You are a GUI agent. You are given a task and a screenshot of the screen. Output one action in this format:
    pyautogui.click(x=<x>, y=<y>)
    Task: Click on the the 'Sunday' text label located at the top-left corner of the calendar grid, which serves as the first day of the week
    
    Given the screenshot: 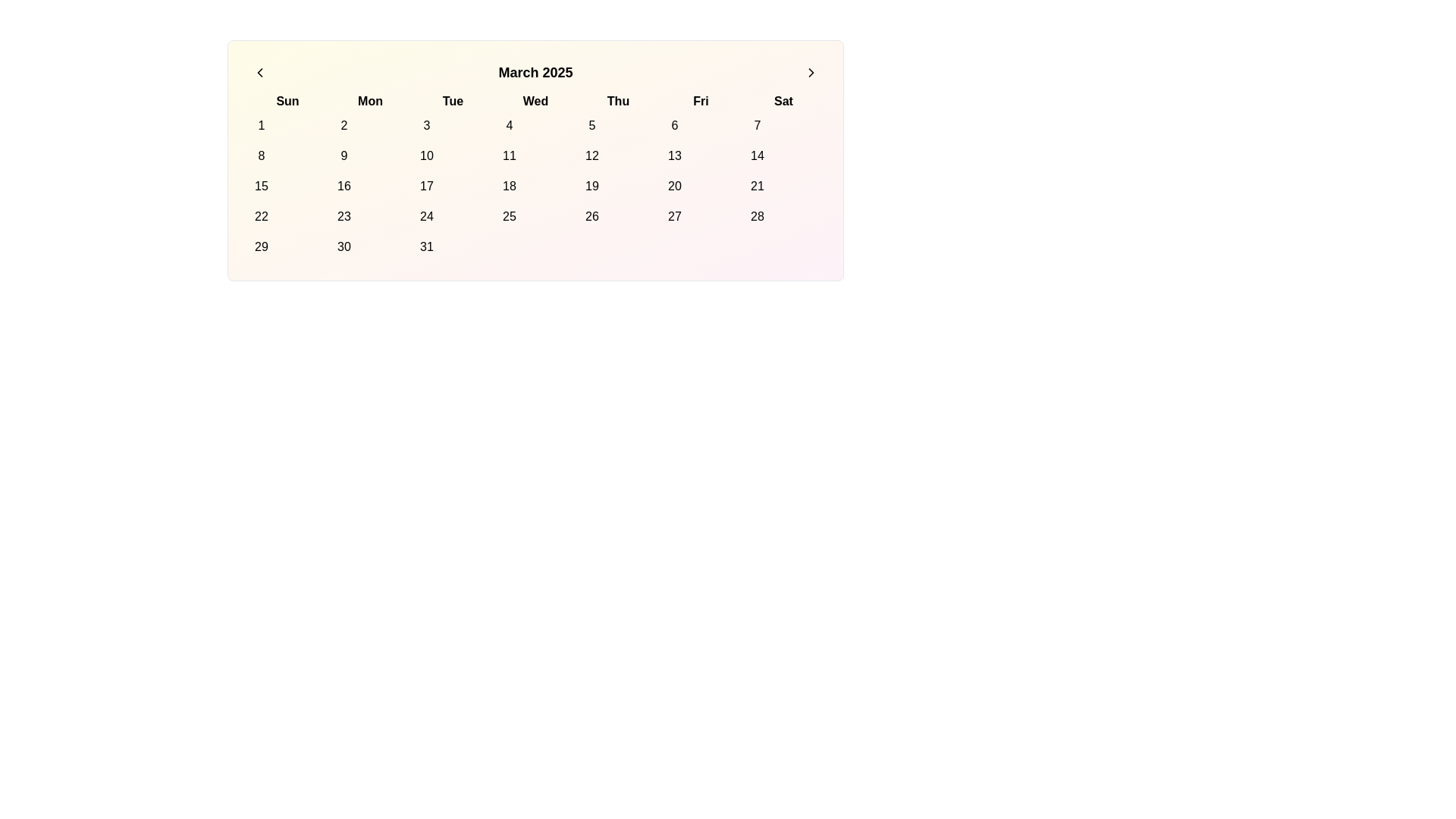 What is the action you would take?
    pyautogui.click(x=287, y=102)
    